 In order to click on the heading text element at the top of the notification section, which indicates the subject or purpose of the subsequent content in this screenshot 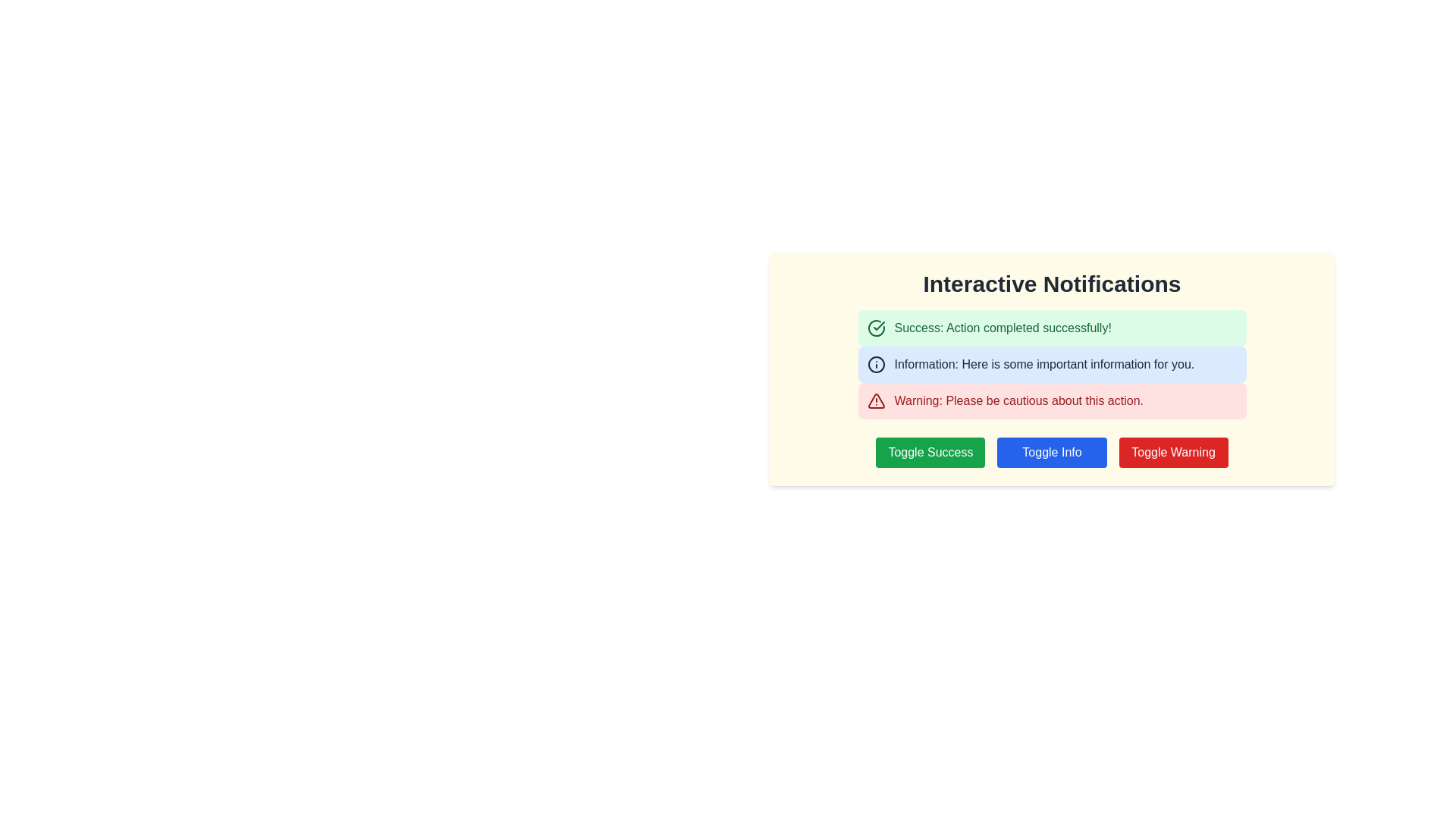, I will do `click(1051, 284)`.